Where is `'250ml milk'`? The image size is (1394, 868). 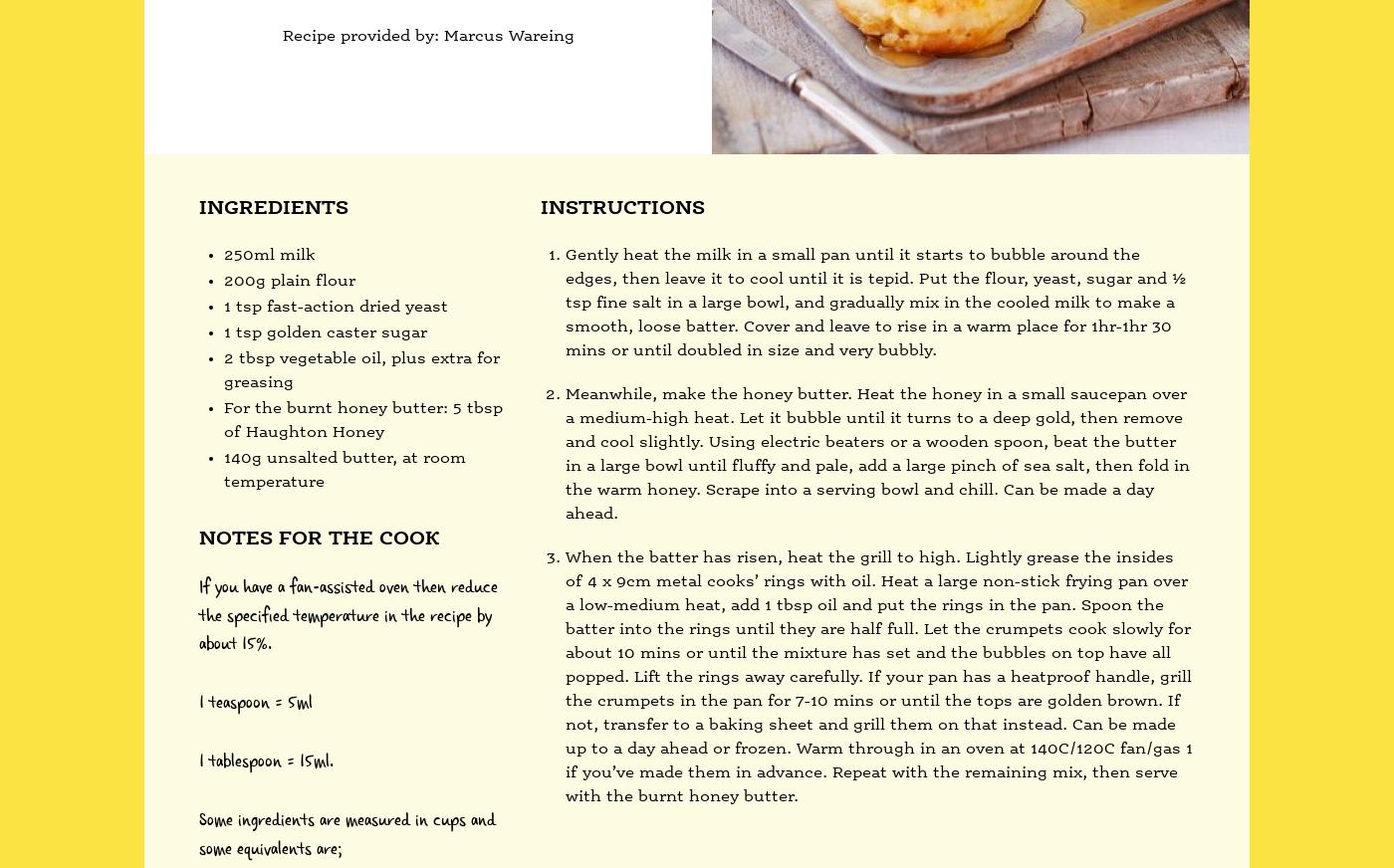 '250ml milk' is located at coordinates (270, 254).